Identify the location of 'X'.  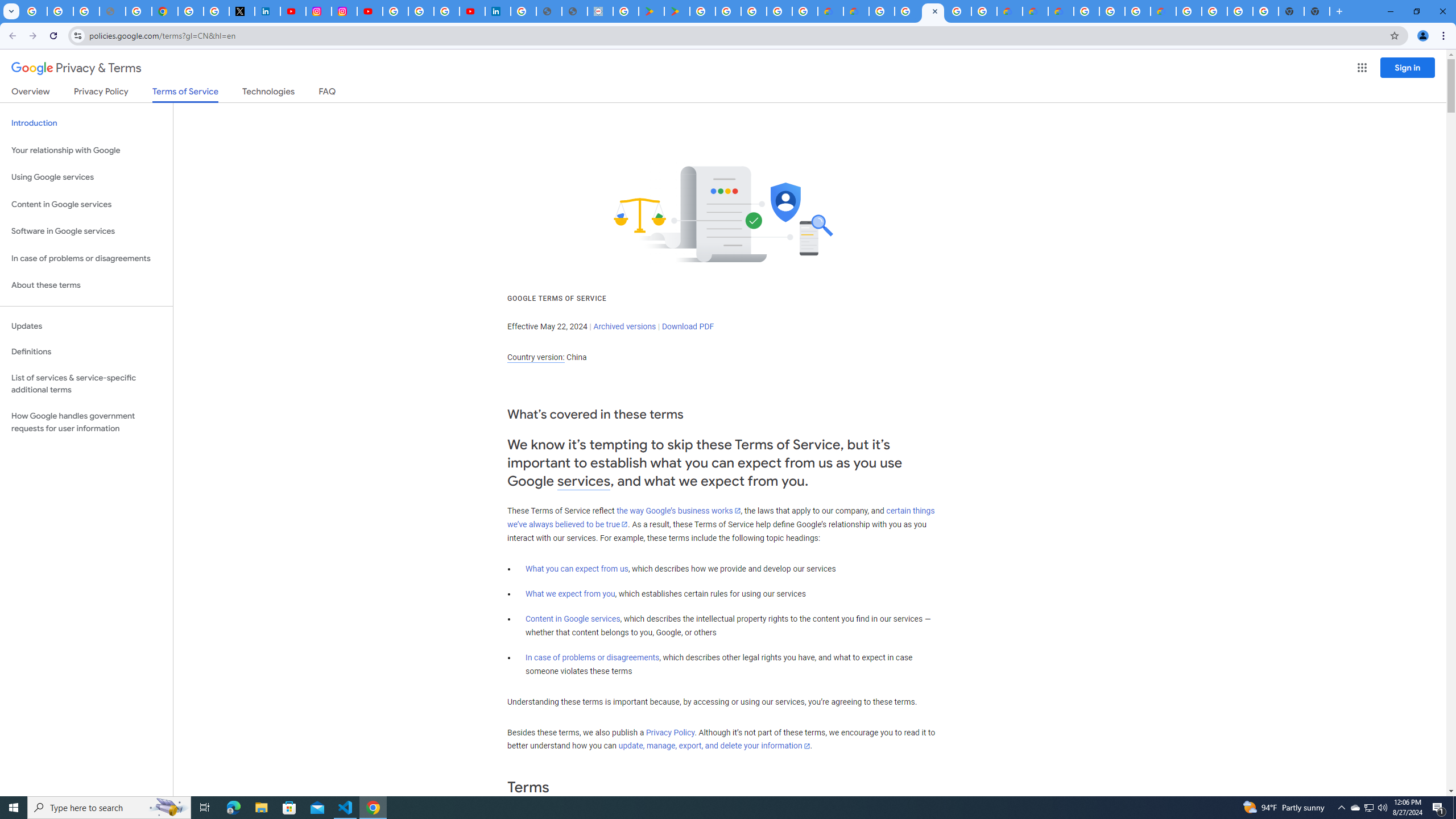
(242, 11).